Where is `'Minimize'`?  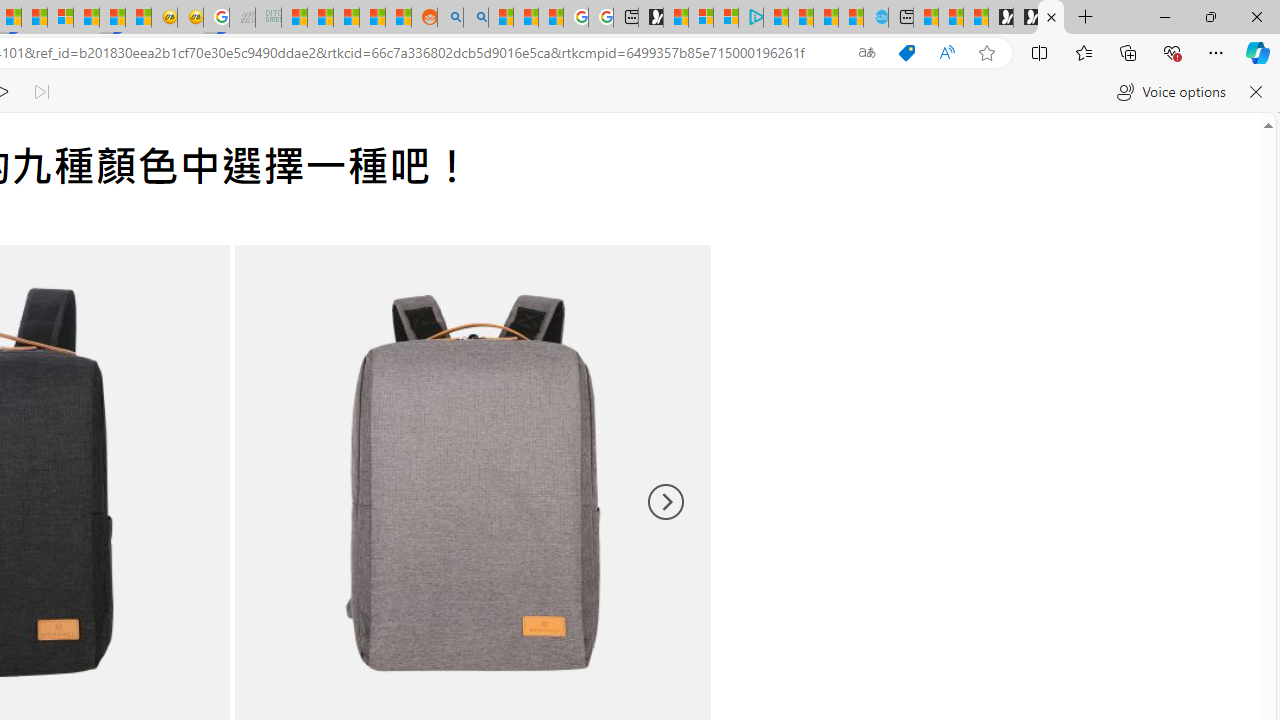
'Minimize' is located at coordinates (1164, 16).